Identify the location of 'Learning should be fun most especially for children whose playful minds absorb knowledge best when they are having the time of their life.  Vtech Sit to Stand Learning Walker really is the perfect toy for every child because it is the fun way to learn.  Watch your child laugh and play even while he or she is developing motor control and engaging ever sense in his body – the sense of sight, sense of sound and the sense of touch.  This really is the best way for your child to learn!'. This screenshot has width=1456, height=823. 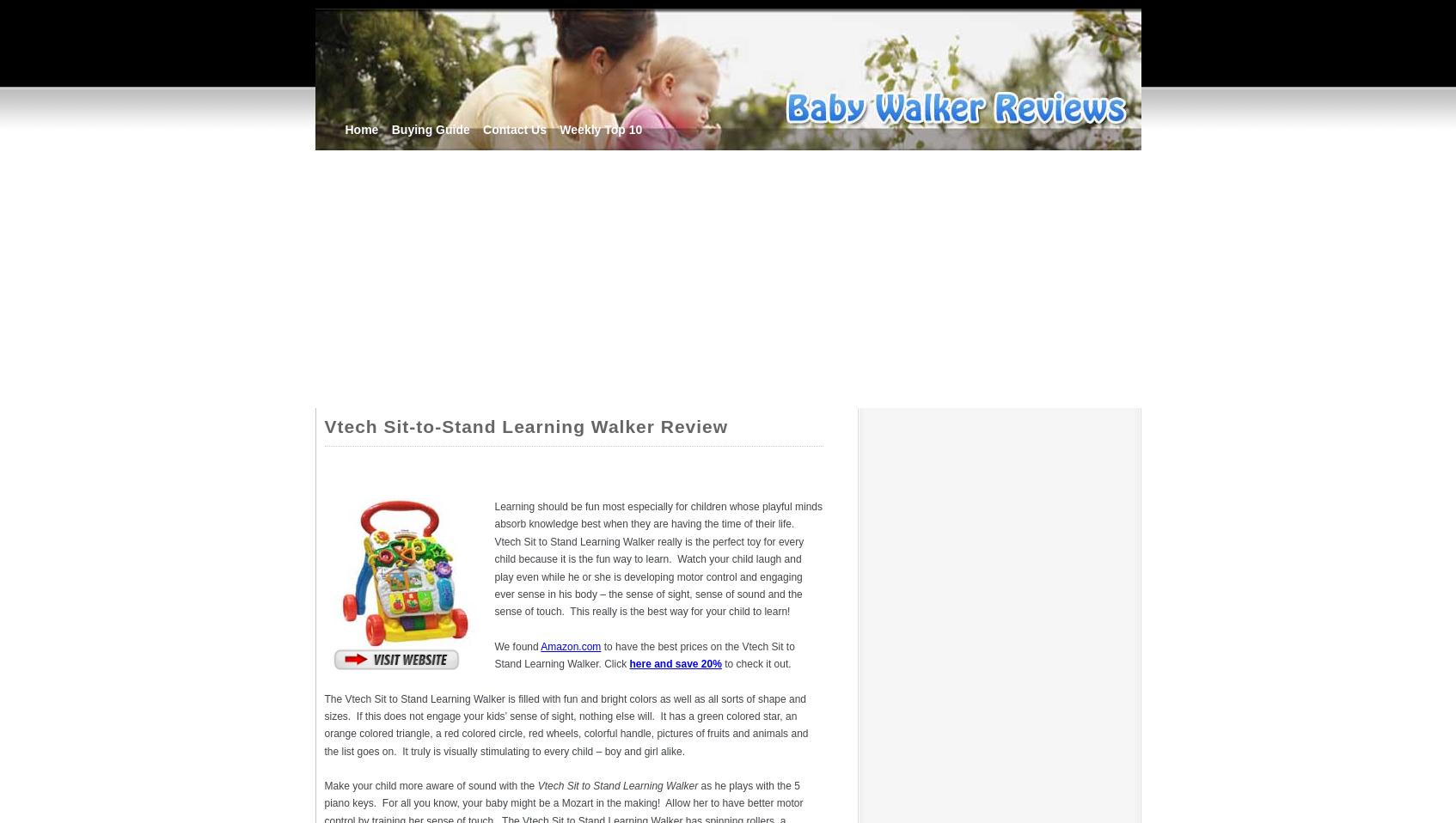
(493, 558).